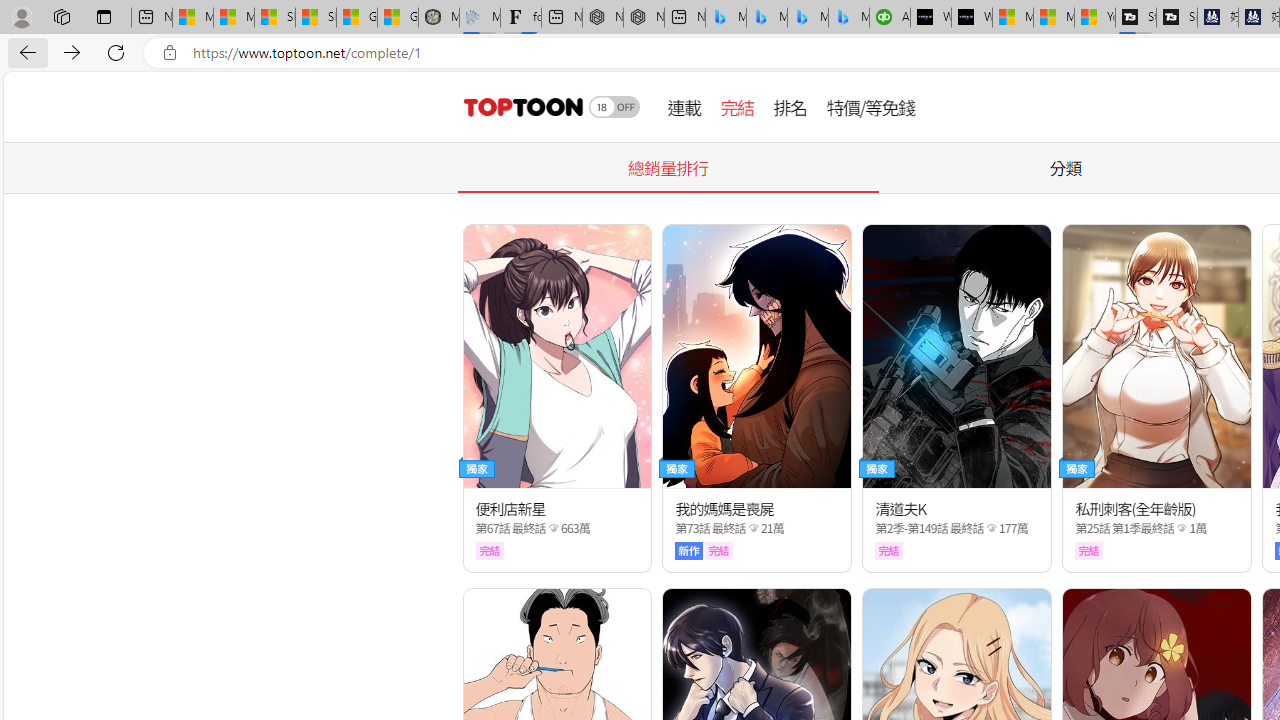  Describe the element at coordinates (438, 17) in the screenshot. I see `'Manatee Mortality Statistics | FWC'` at that location.